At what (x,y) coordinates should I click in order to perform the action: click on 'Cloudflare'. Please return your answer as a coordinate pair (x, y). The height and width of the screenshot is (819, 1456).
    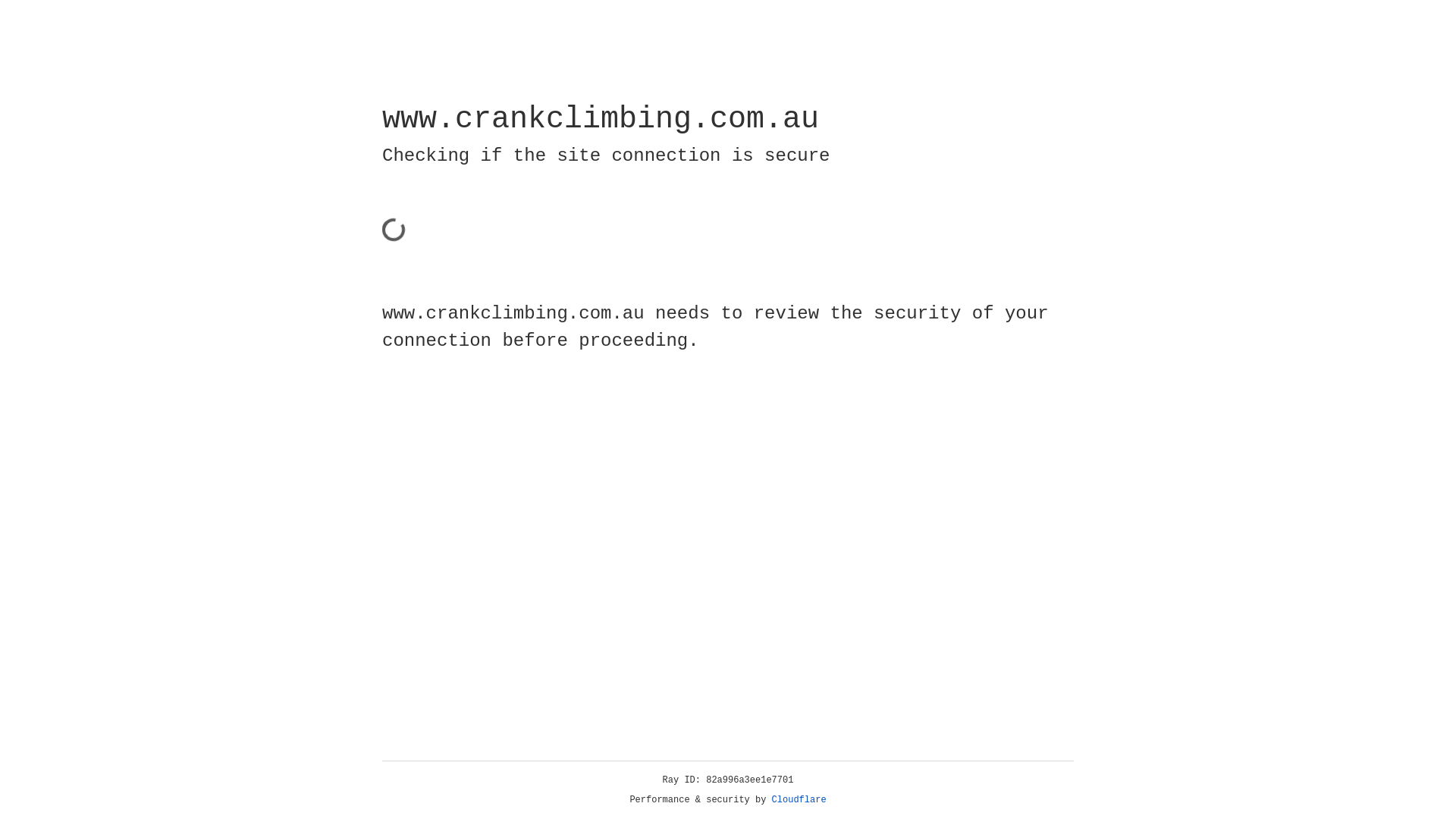
    Looking at the image, I should click on (771, 799).